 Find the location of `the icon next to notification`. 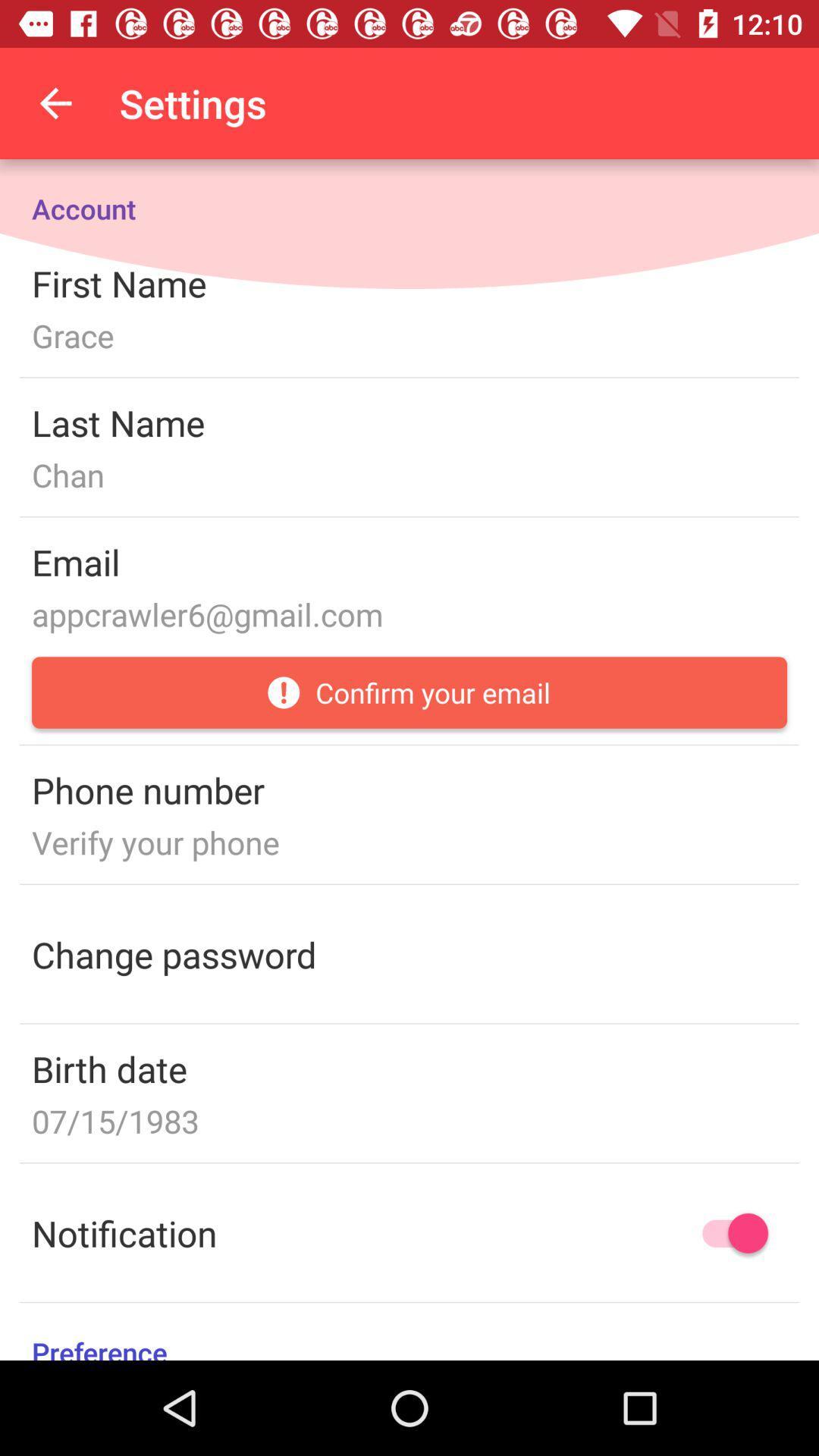

the icon next to notification is located at coordinates (727, 1233).